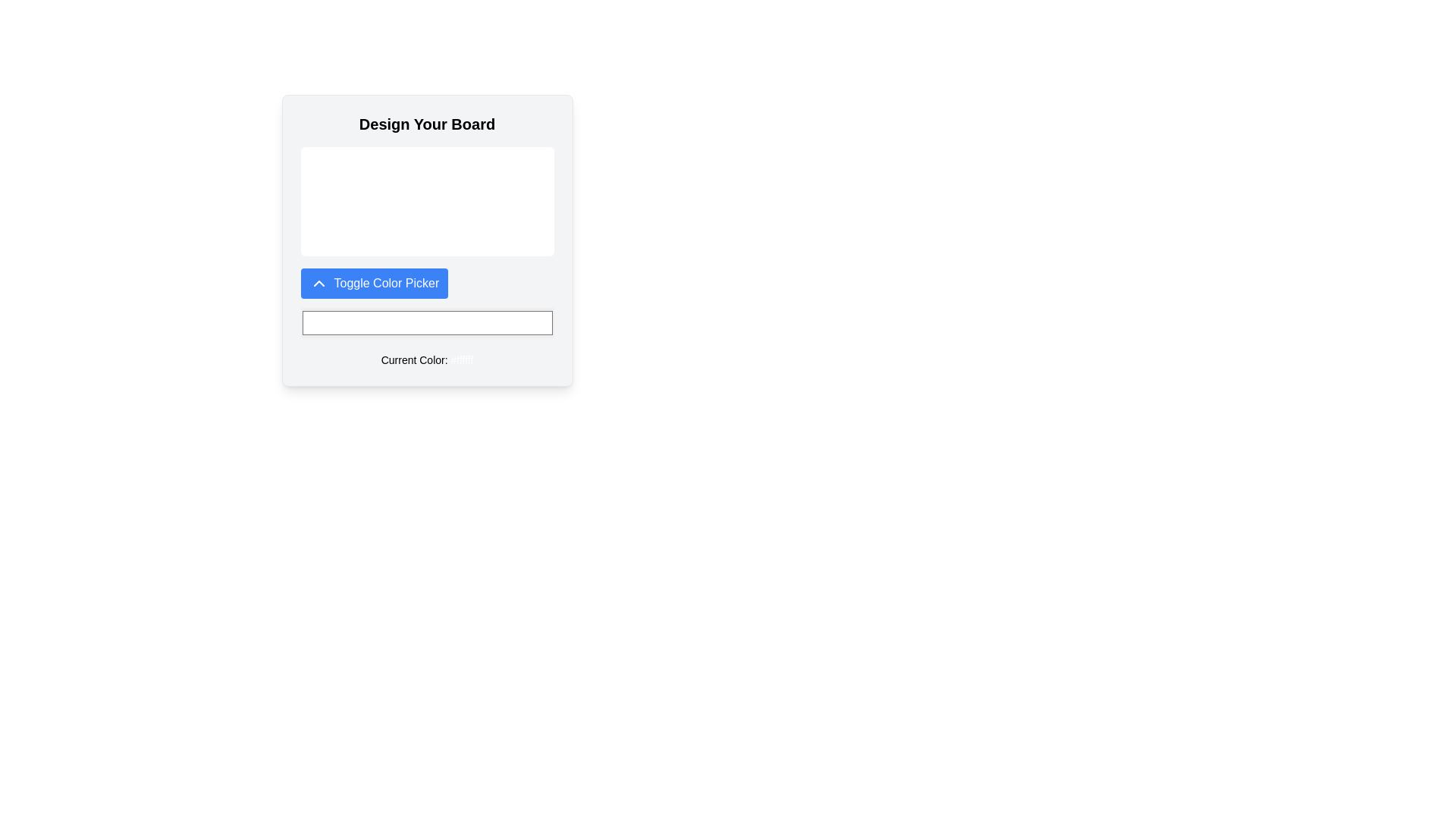 Image resolution: width=1456 pixels, height=819 pixels. Describe the element at coordinates (426, 359) in the screenshot. I see `the text label displaying 'Current Color: #ffffff' which is styled in grayish-white and positioned beneath an input field` at that location.